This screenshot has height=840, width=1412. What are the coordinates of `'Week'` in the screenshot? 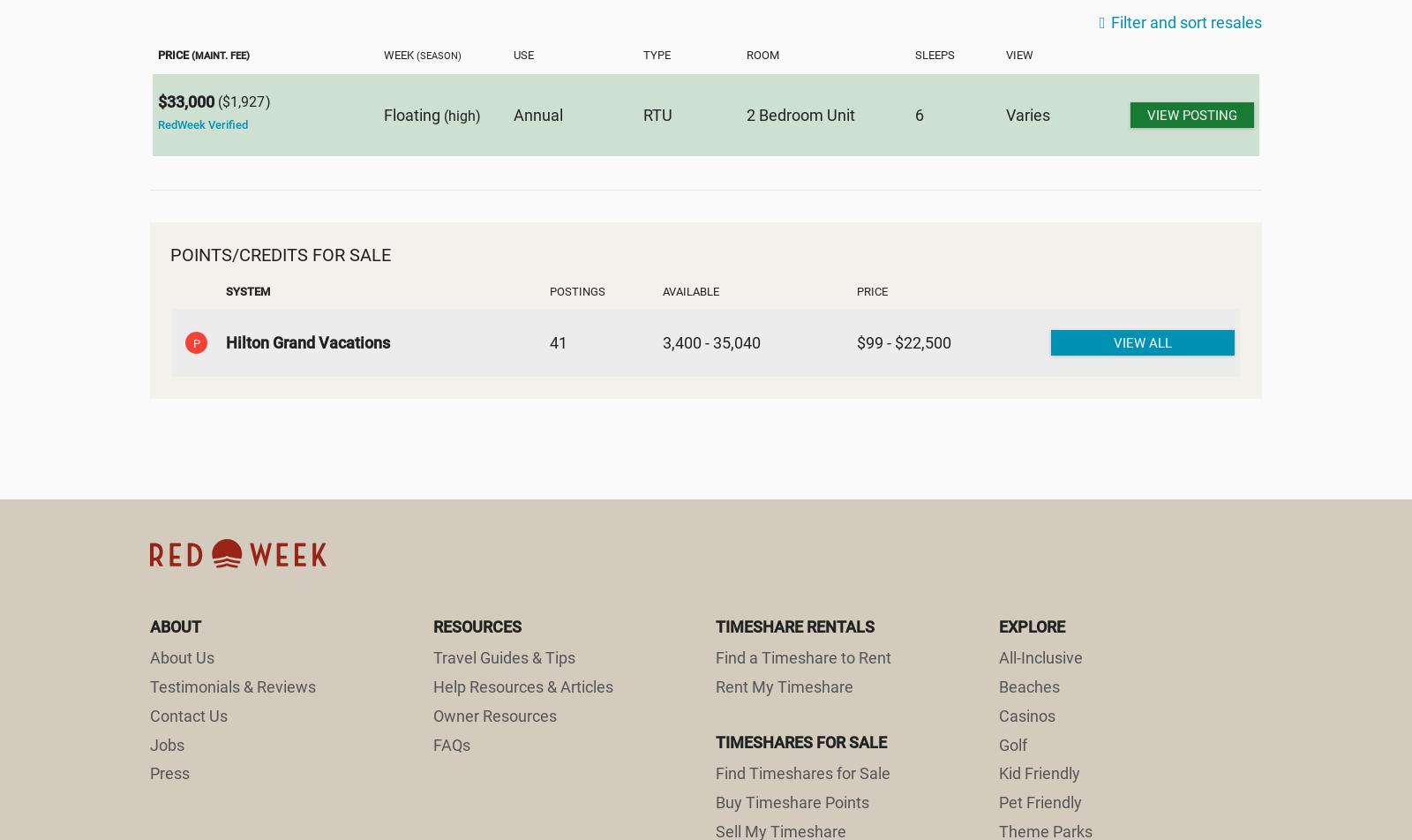 It's located at (399, 53).